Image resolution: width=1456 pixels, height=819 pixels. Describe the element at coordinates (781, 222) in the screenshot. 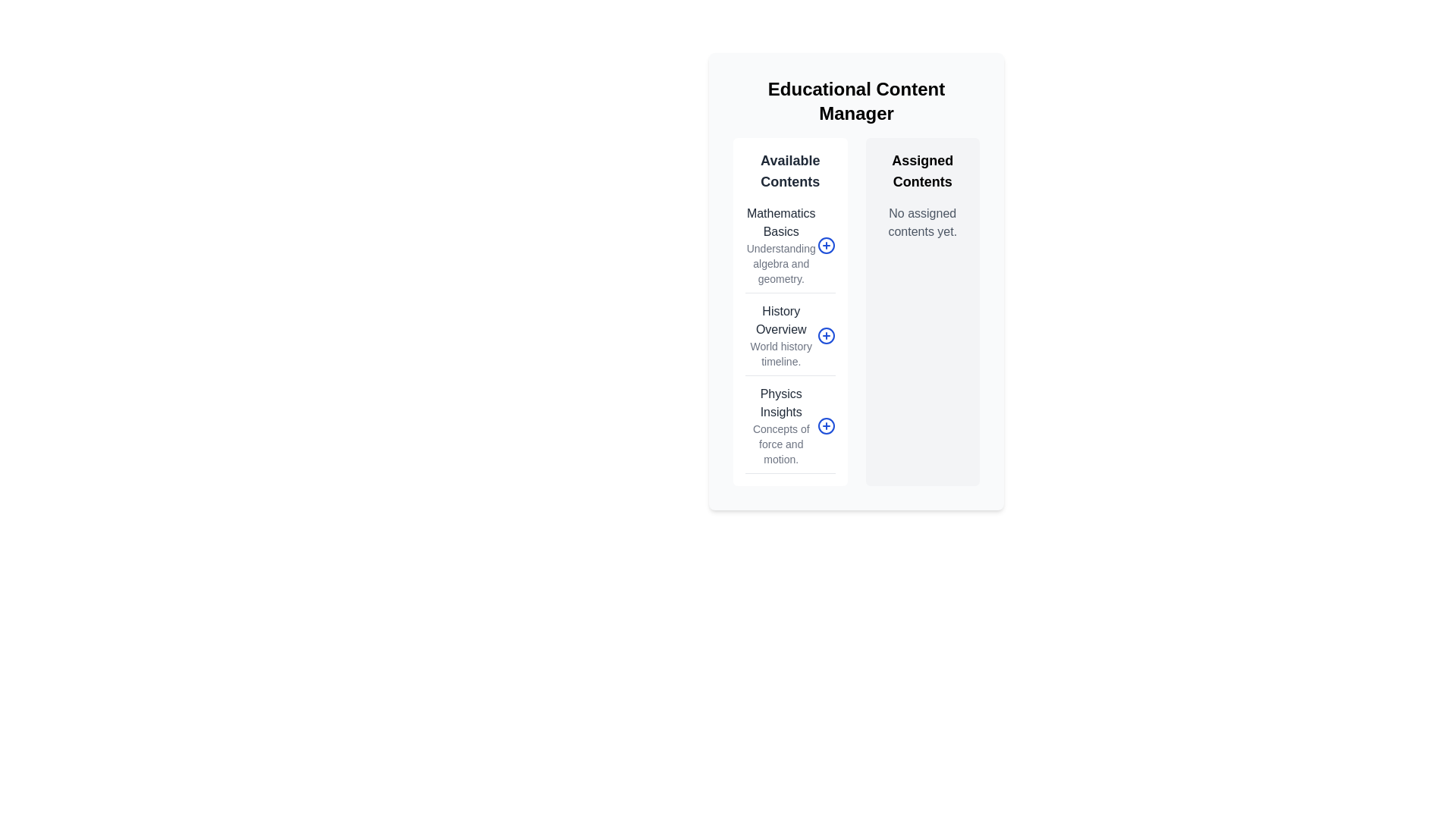

I see `the title text label for the content item in the 'Available Contents' list located at the top of the section in the Educational Content Manager interface` at that location.